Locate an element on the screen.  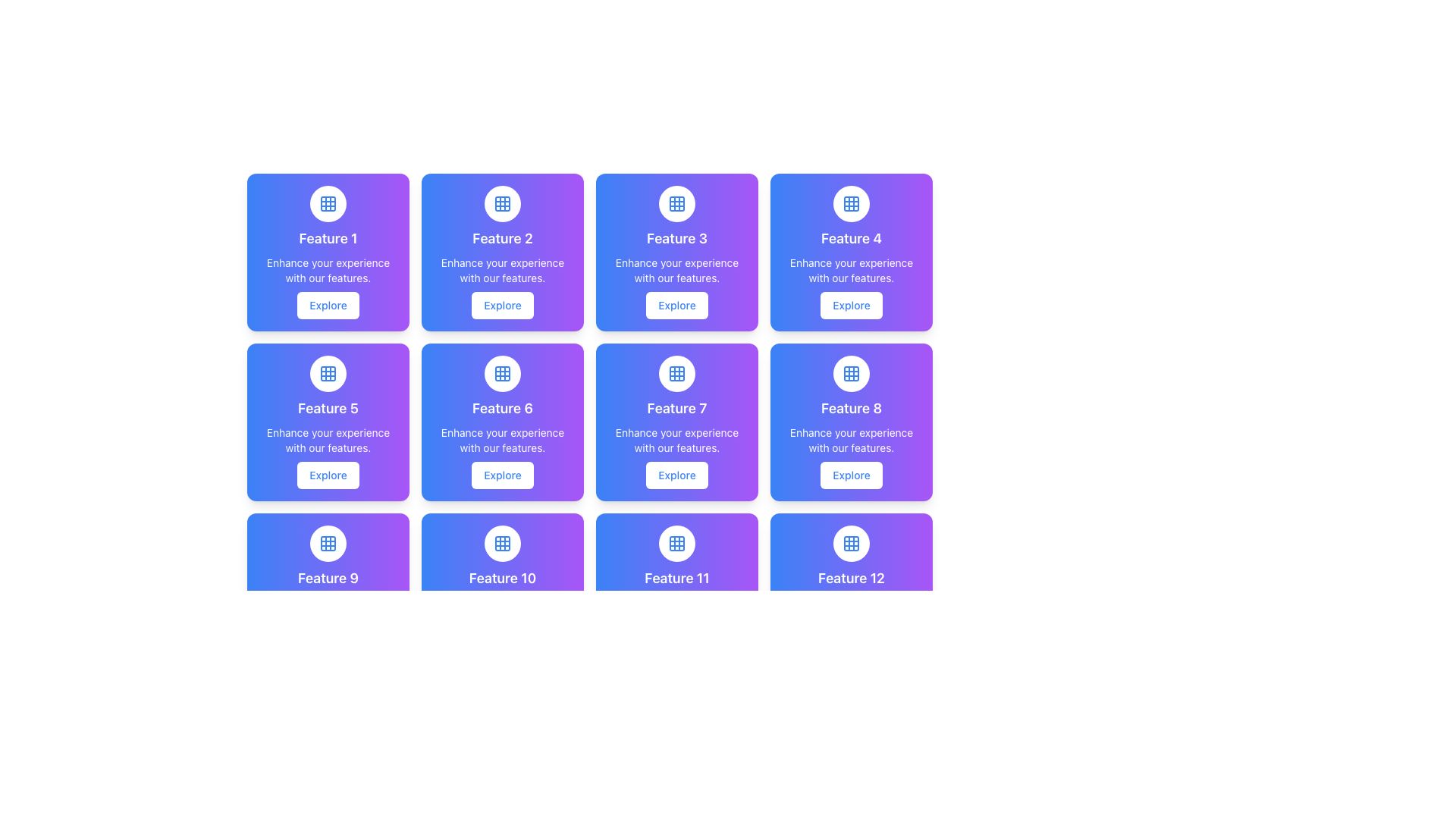
the decorative square located at the center of the grid icon in the Feature 5 block, which is positioned above the text and button is located at coordinates (327, 374).